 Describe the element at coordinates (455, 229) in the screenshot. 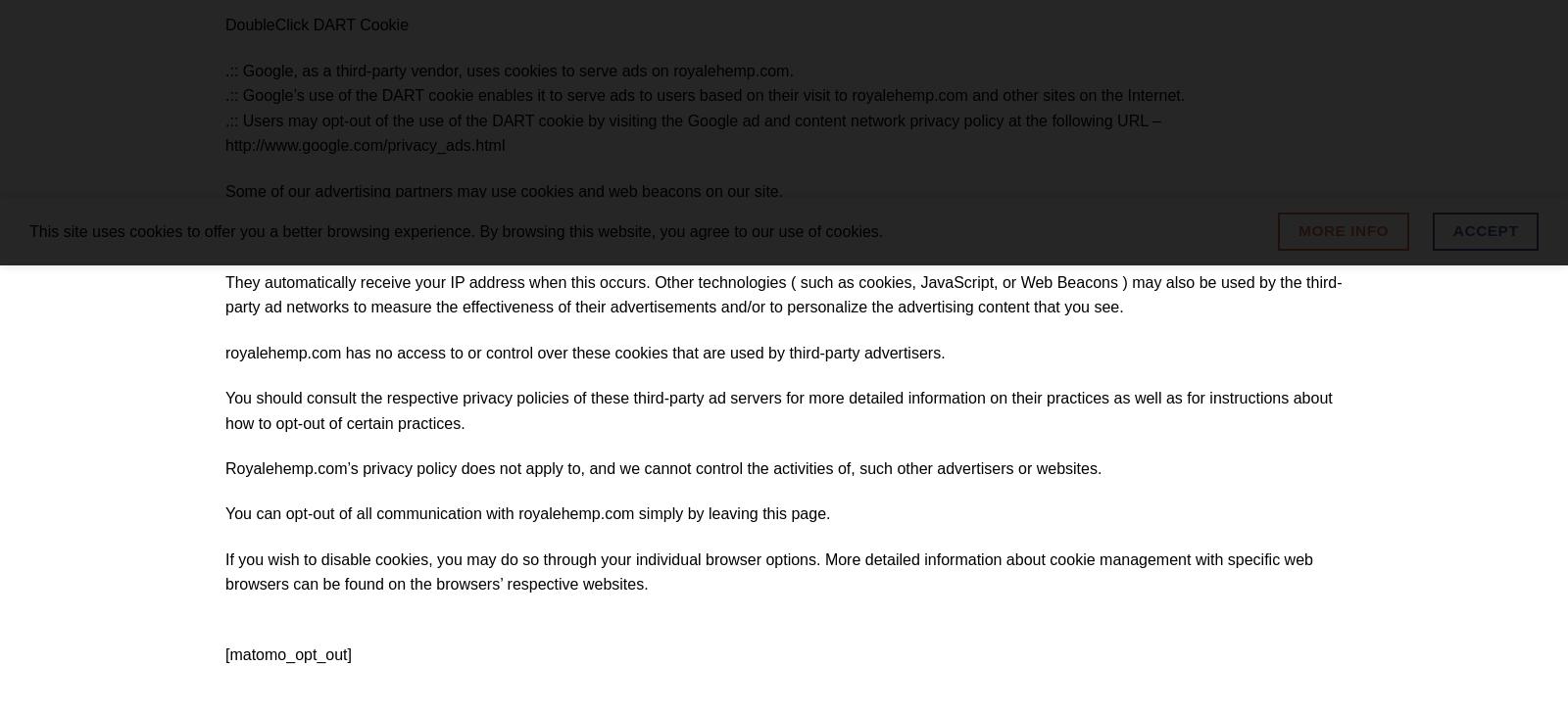

I see `'This site uses cookies to offer you a better browsing experience. By browsing this website, you agree to our use of cookies.'` at that location.